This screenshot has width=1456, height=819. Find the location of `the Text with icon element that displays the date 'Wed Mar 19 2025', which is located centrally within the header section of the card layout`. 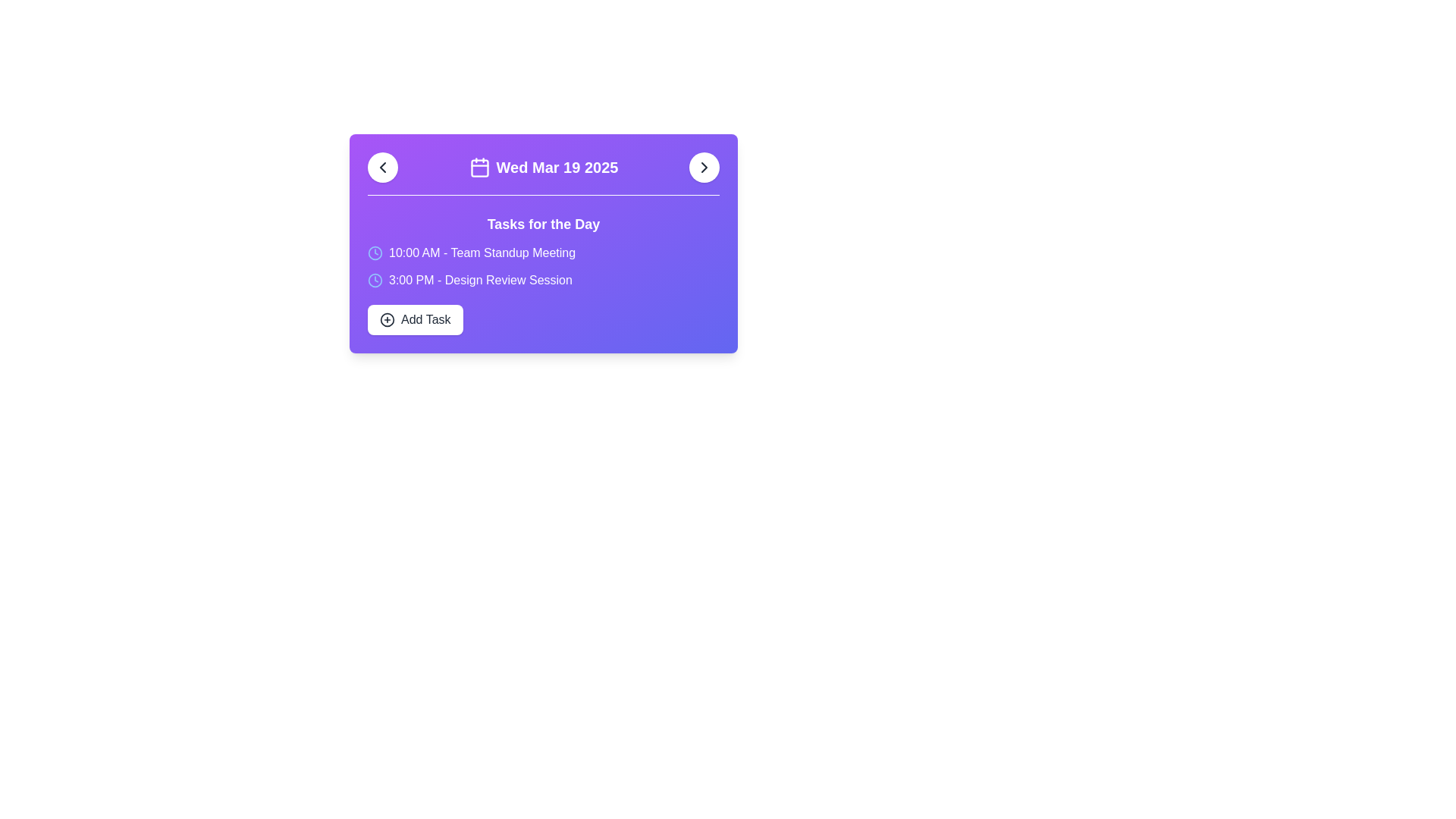

the Text with icon element that displays the date 'Wed Mar 19 2025', which is located centrally within the header section of the card layout is located at coordinates (543, 167).